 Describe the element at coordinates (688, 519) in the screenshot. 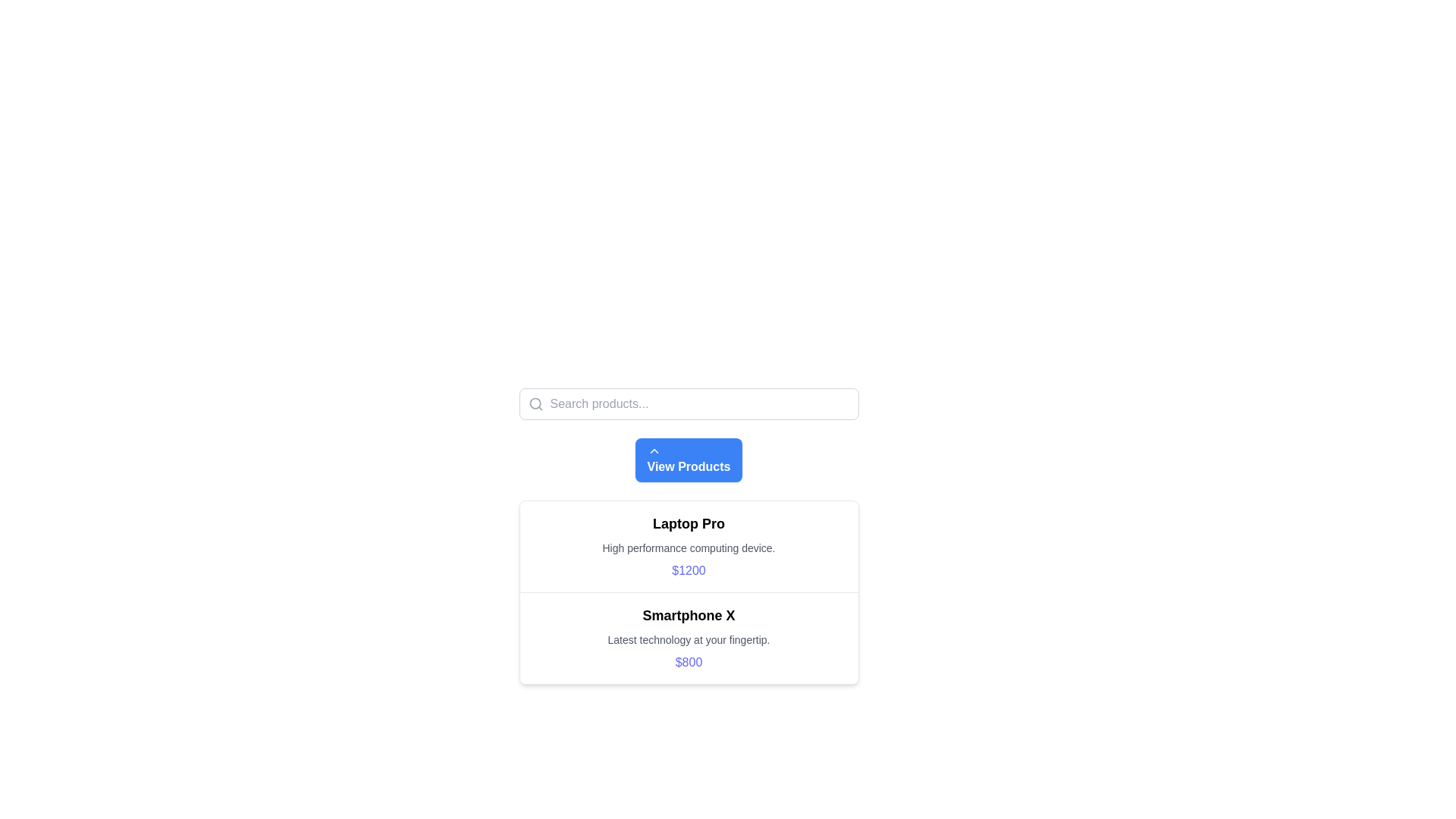

I see `the Product Information Block displaying details for 'Laptop Pro', the first product block in the list below the 'View Products' button` at that location.